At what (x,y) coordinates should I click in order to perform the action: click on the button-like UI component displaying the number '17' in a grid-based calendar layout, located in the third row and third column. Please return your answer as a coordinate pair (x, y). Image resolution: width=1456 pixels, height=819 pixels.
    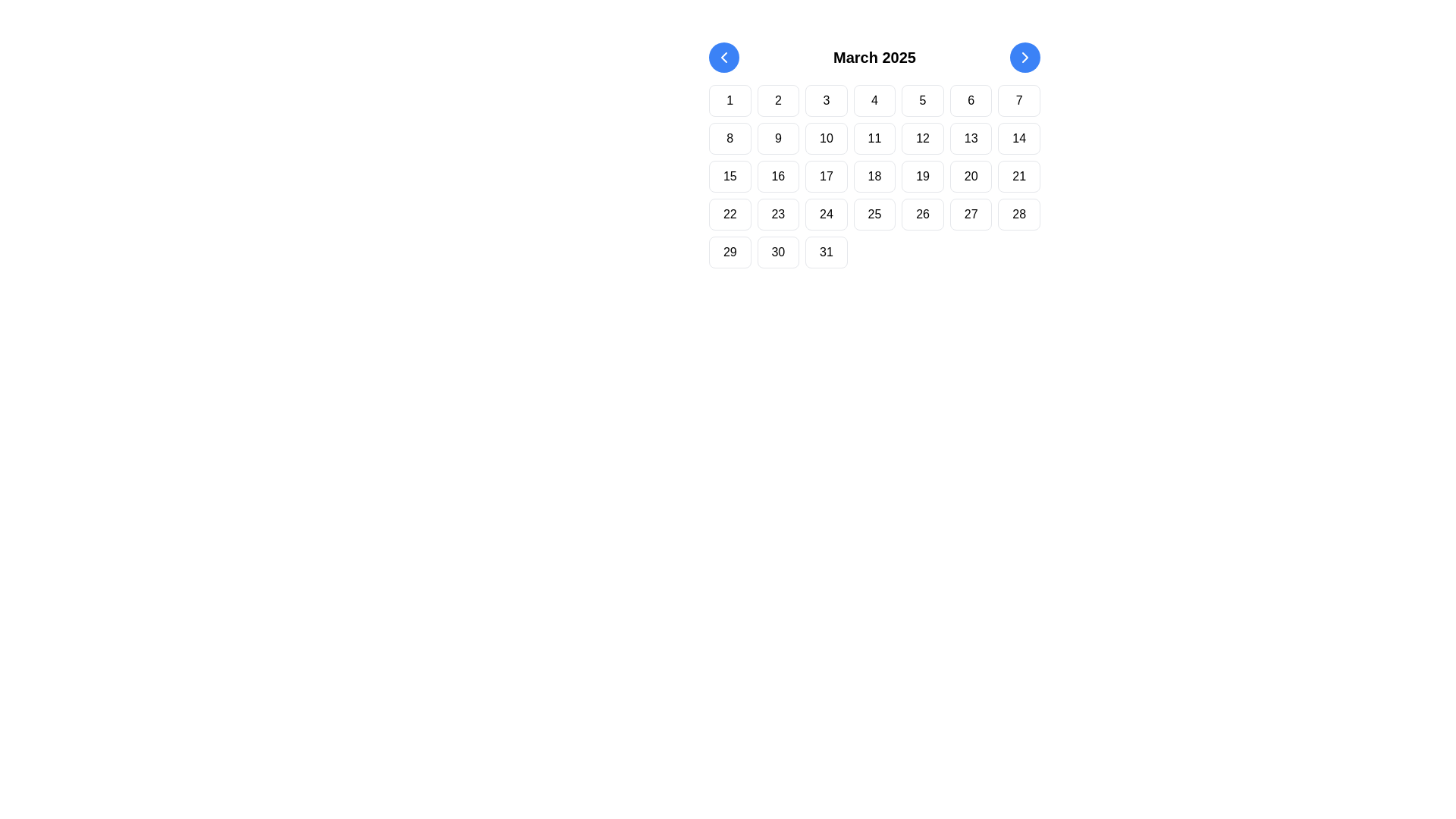
    Looking at the image, I should click on (825, 175).